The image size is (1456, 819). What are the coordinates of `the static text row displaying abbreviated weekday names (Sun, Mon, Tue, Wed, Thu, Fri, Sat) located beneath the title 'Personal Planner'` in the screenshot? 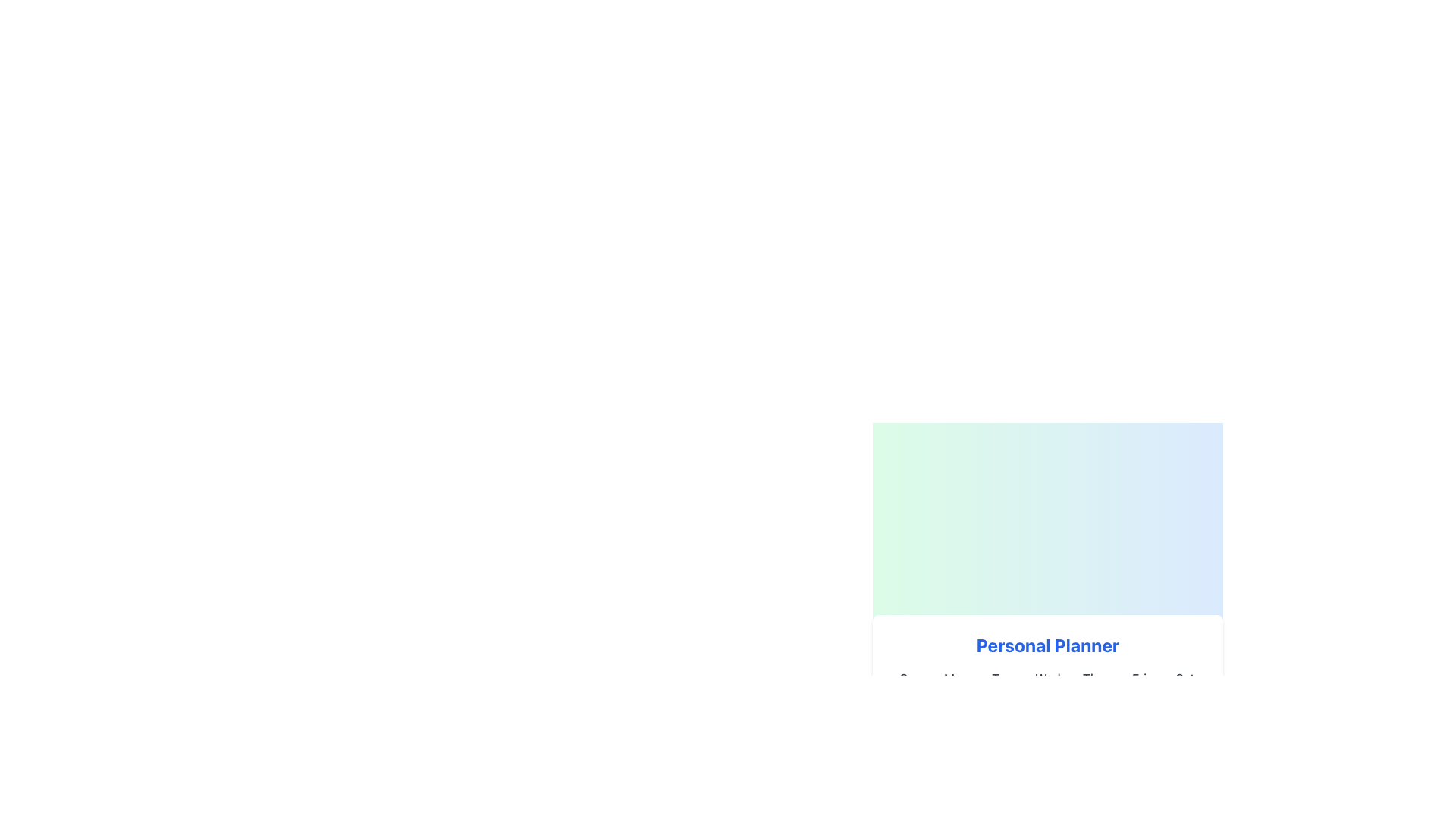 It's located at (1047, 677).